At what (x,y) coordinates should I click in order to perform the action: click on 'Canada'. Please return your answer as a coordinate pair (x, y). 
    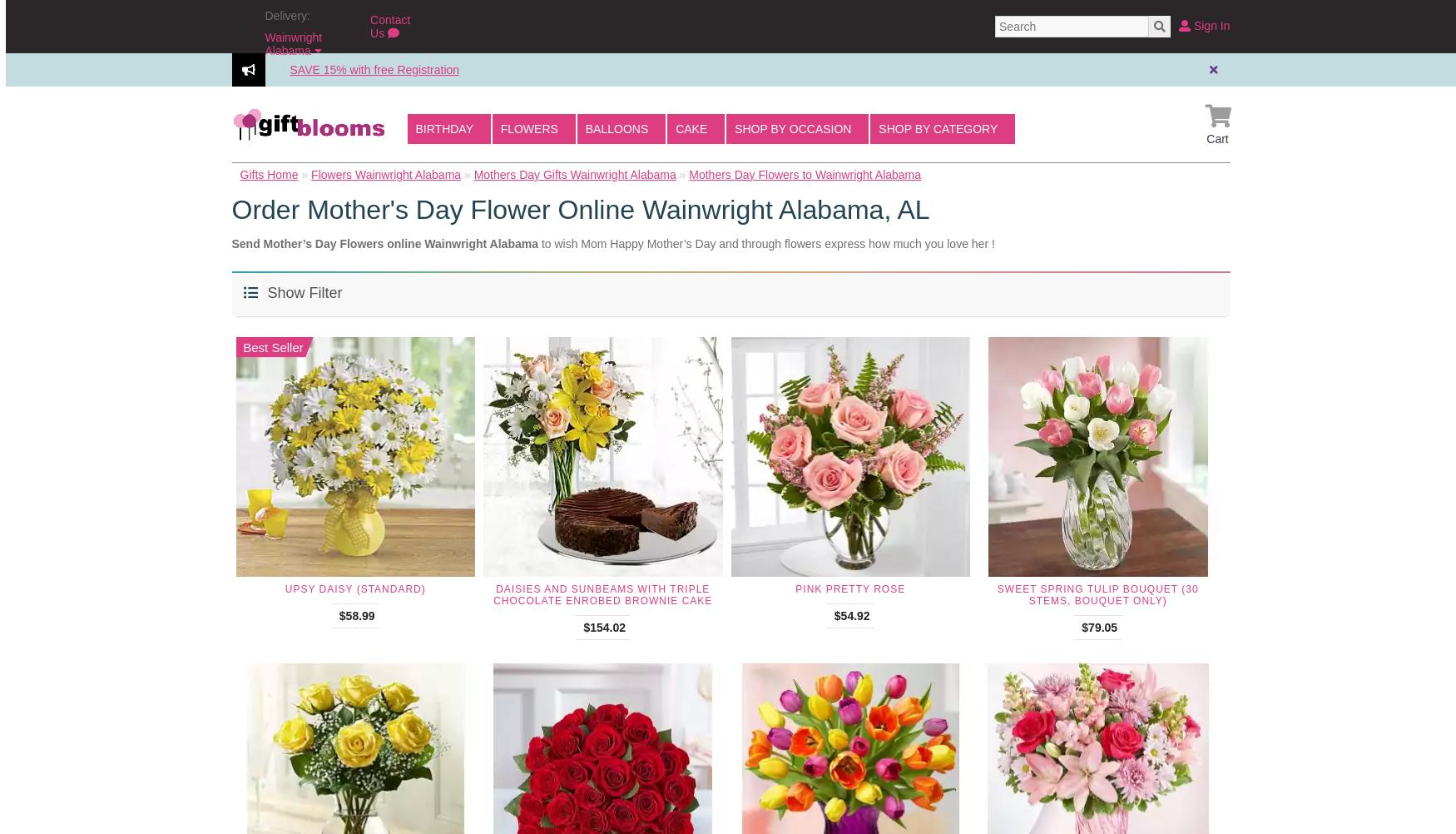
    Looking at the image, I should click on (298, 125).